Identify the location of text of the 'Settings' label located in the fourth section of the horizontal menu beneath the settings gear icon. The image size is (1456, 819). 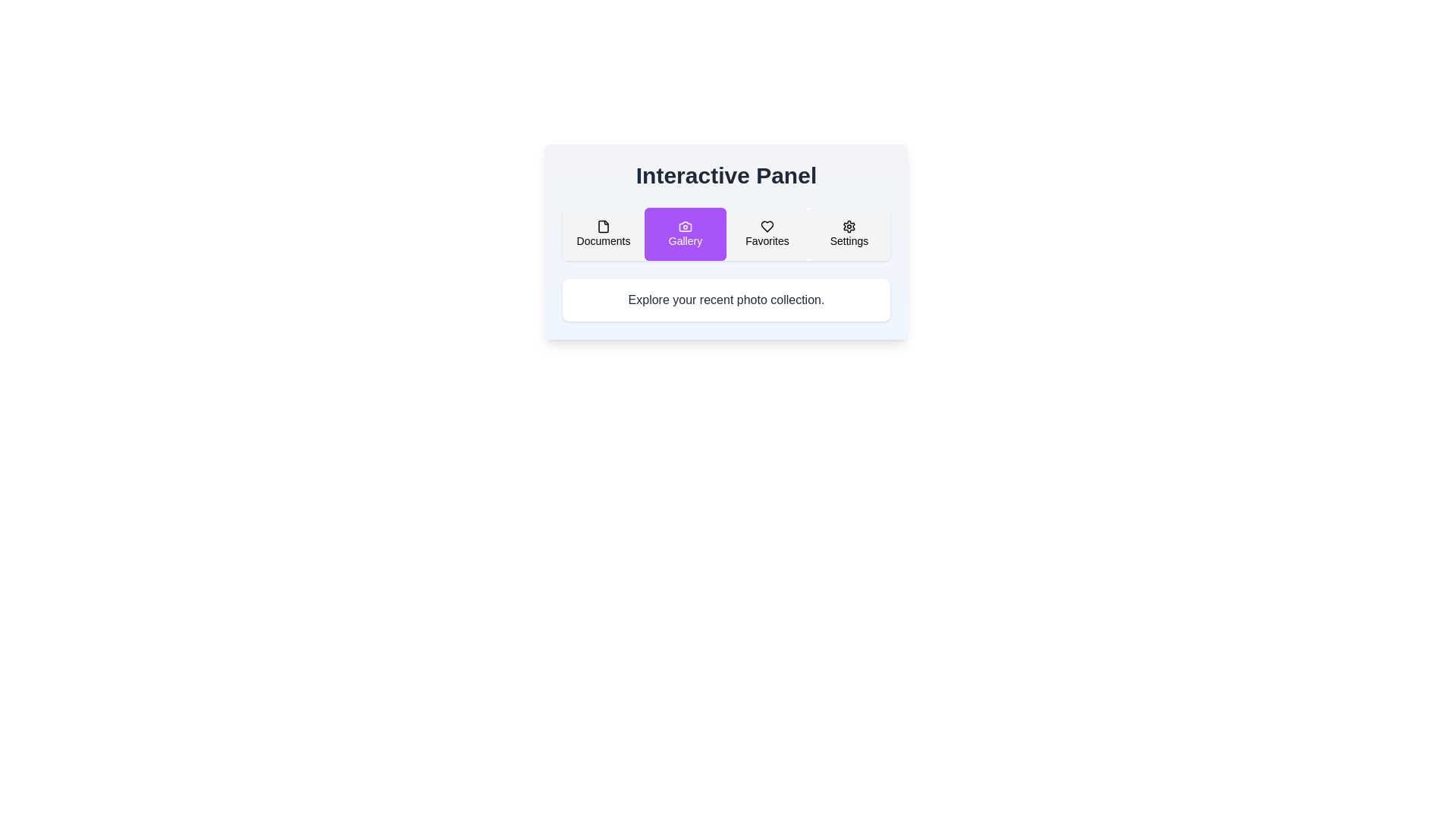
(848, 240).